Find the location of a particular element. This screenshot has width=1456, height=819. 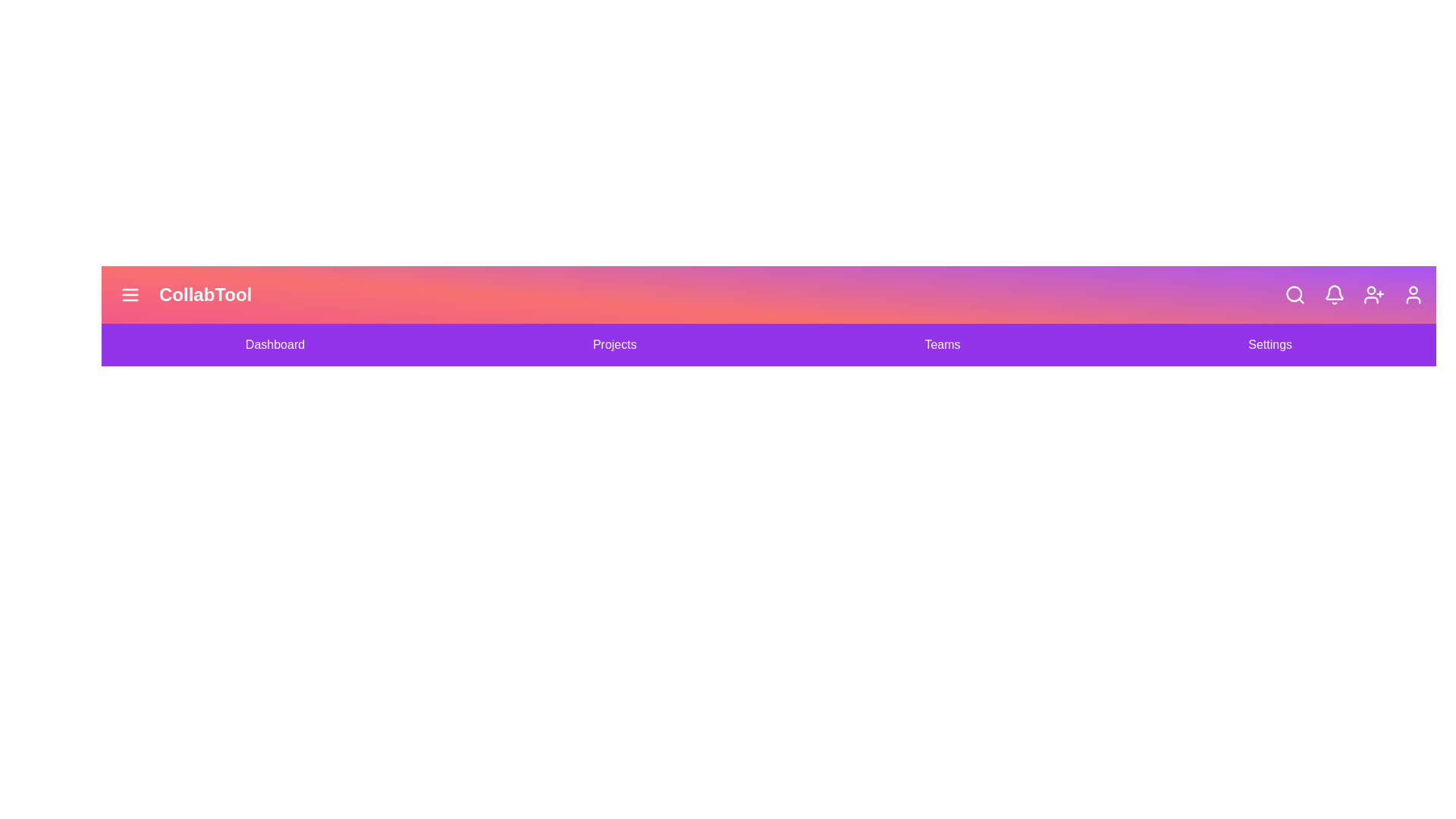

the 'Toggle Menu' button to toggle the menu visibility is located at coordinates (130, 295).